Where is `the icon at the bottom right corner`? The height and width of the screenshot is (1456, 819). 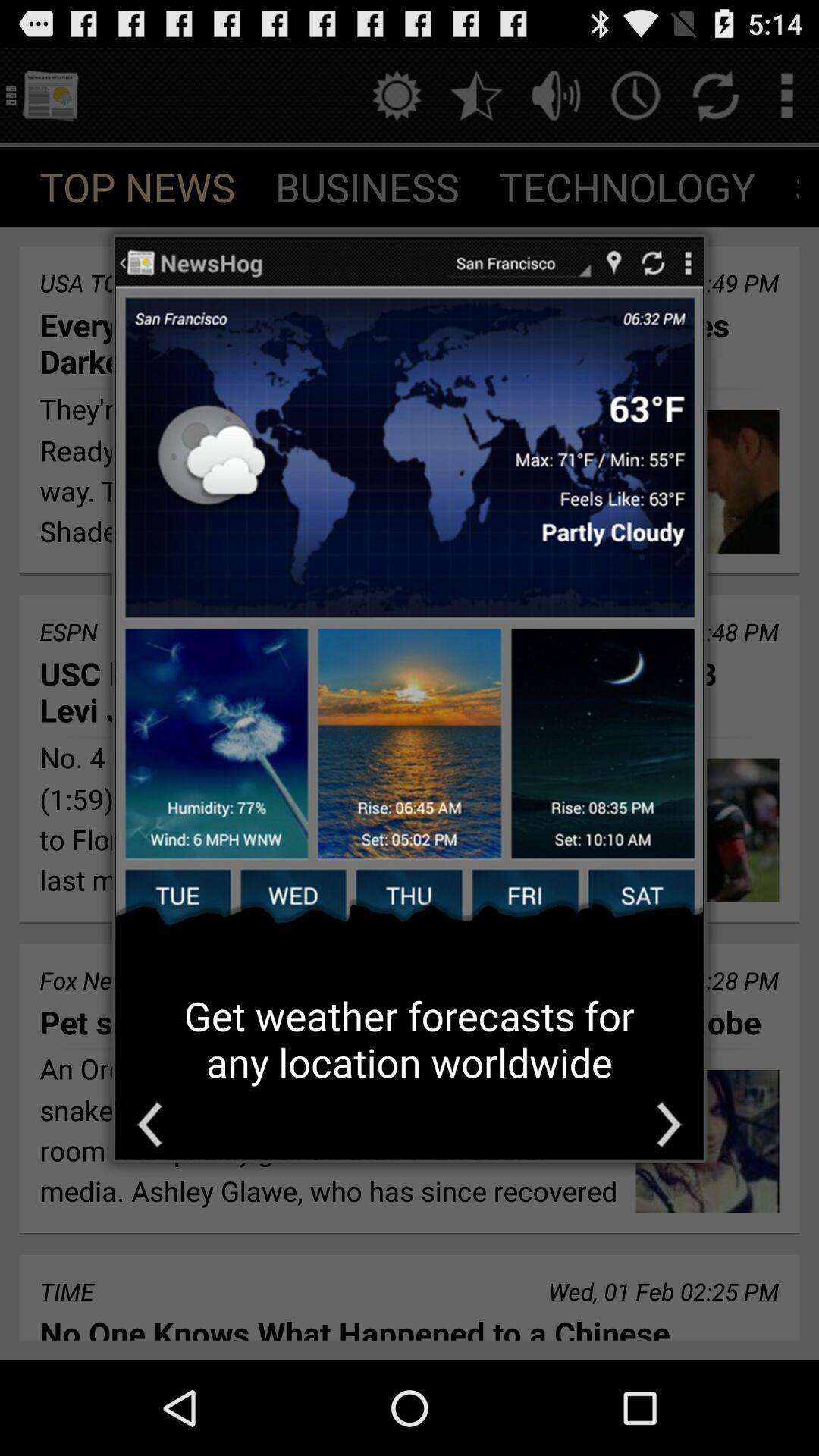 the icon at the bottom right corner is located at coordinates (668, 1125).